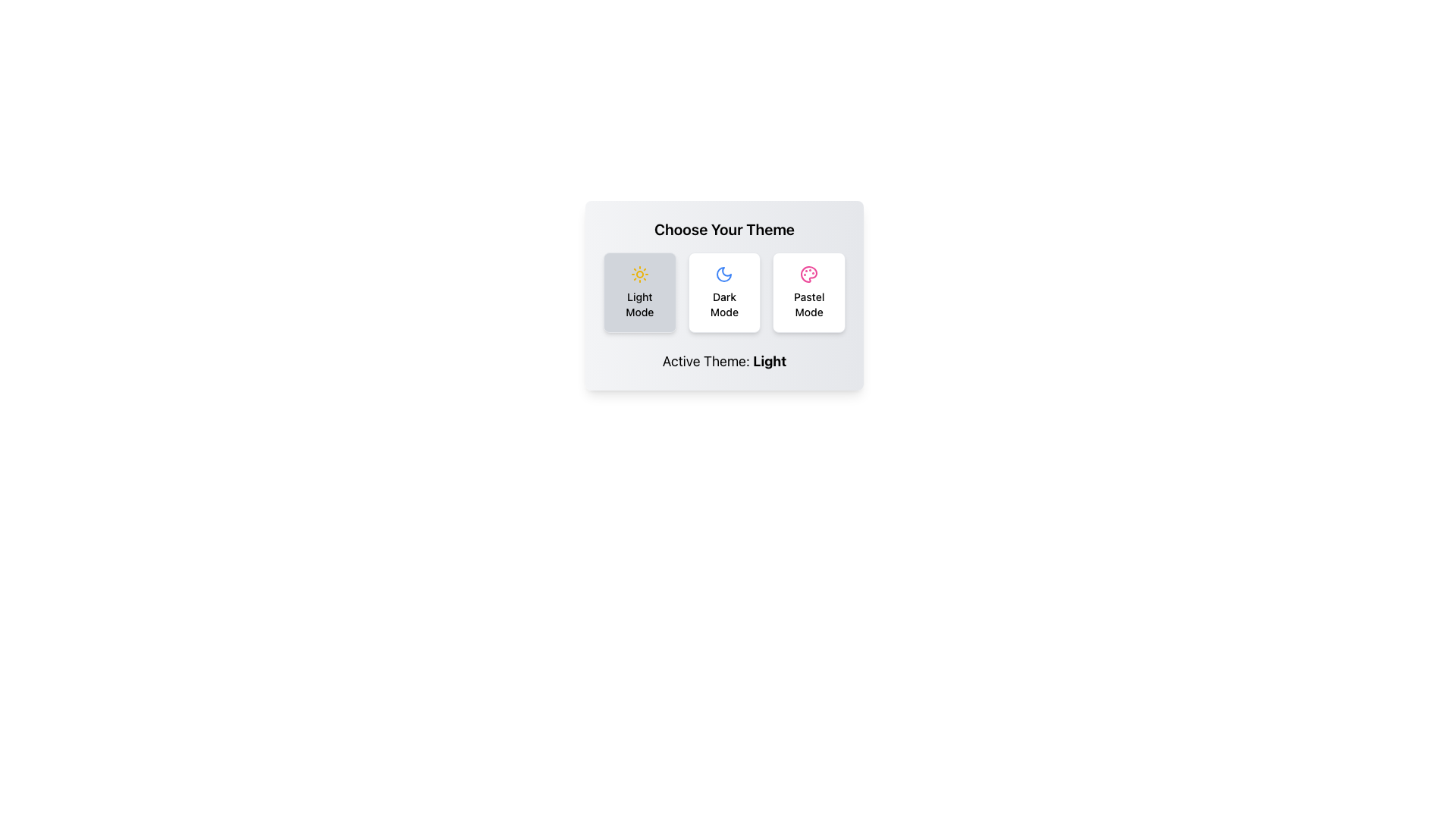  What do you see at coordinates (639, 304) in the screenshot?
I see `the text label that indicates the light mode option, located beneath the sun icon in the leftmost third of the options, which has a distinct background color and rounded corners` at bounding box center [639, 304].